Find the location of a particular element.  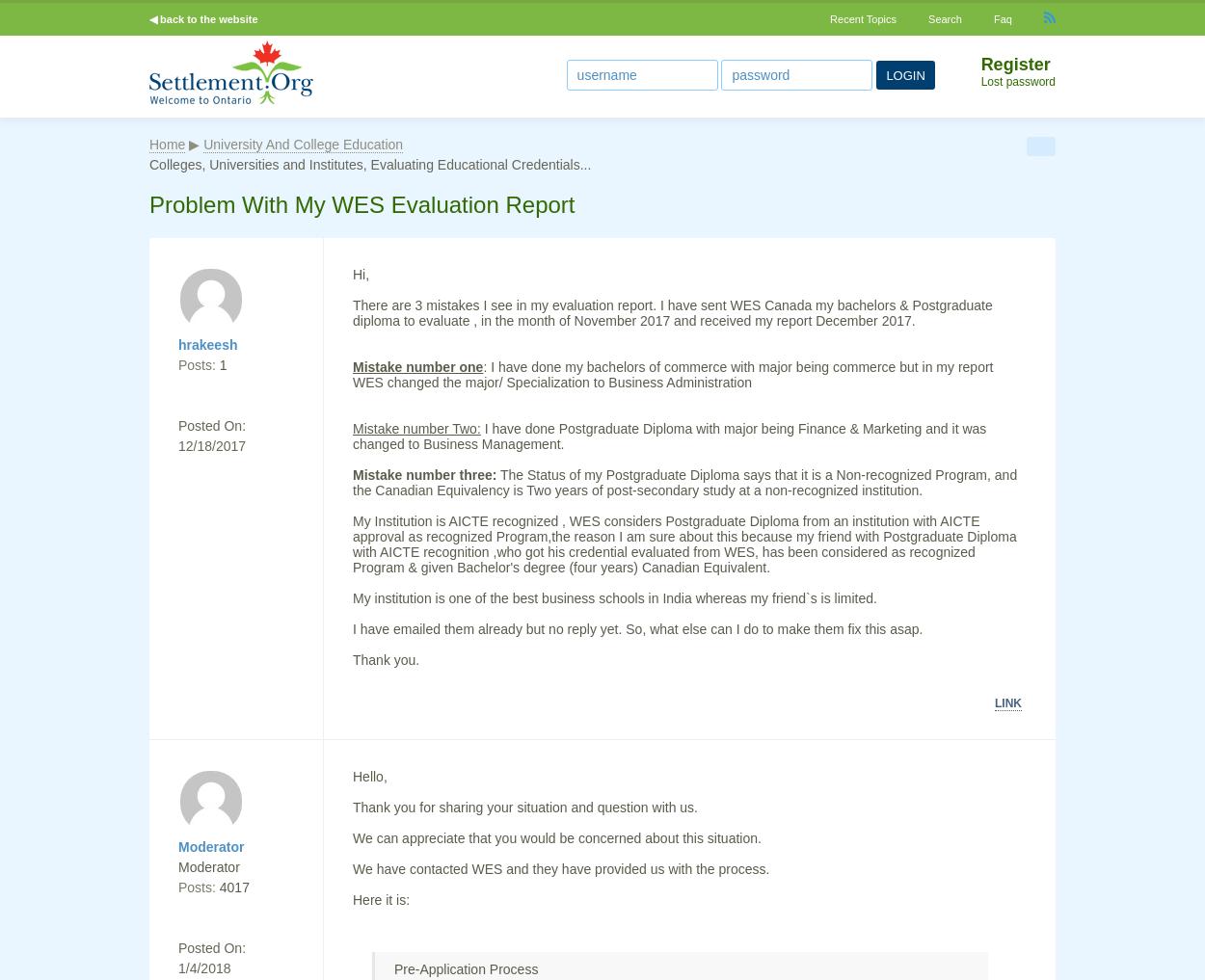

'Mistake number three:' is located at coordinates (352, 474).